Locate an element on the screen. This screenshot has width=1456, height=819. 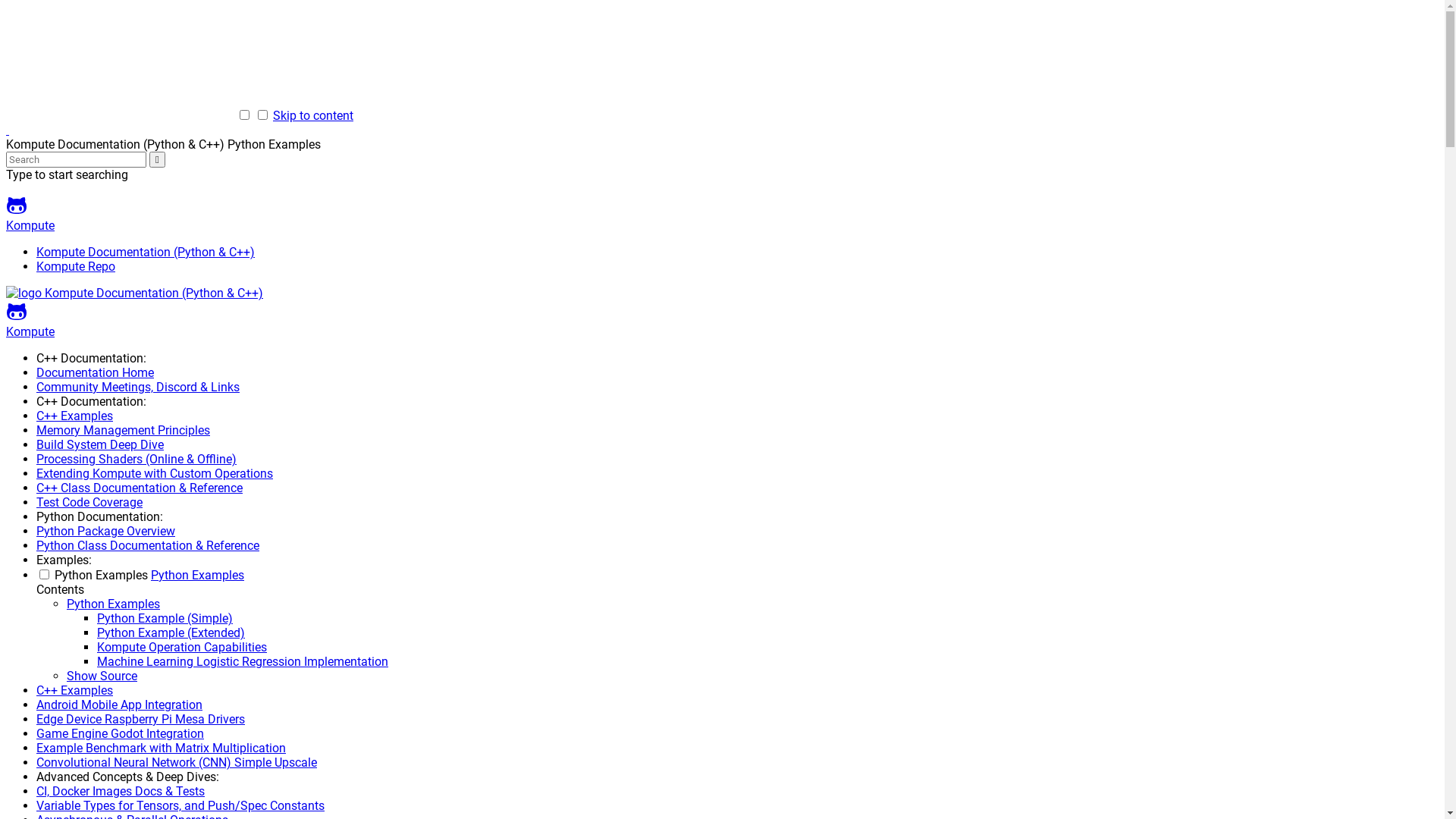
'Build System Deep Dive' is located at coordinates (99, 444).